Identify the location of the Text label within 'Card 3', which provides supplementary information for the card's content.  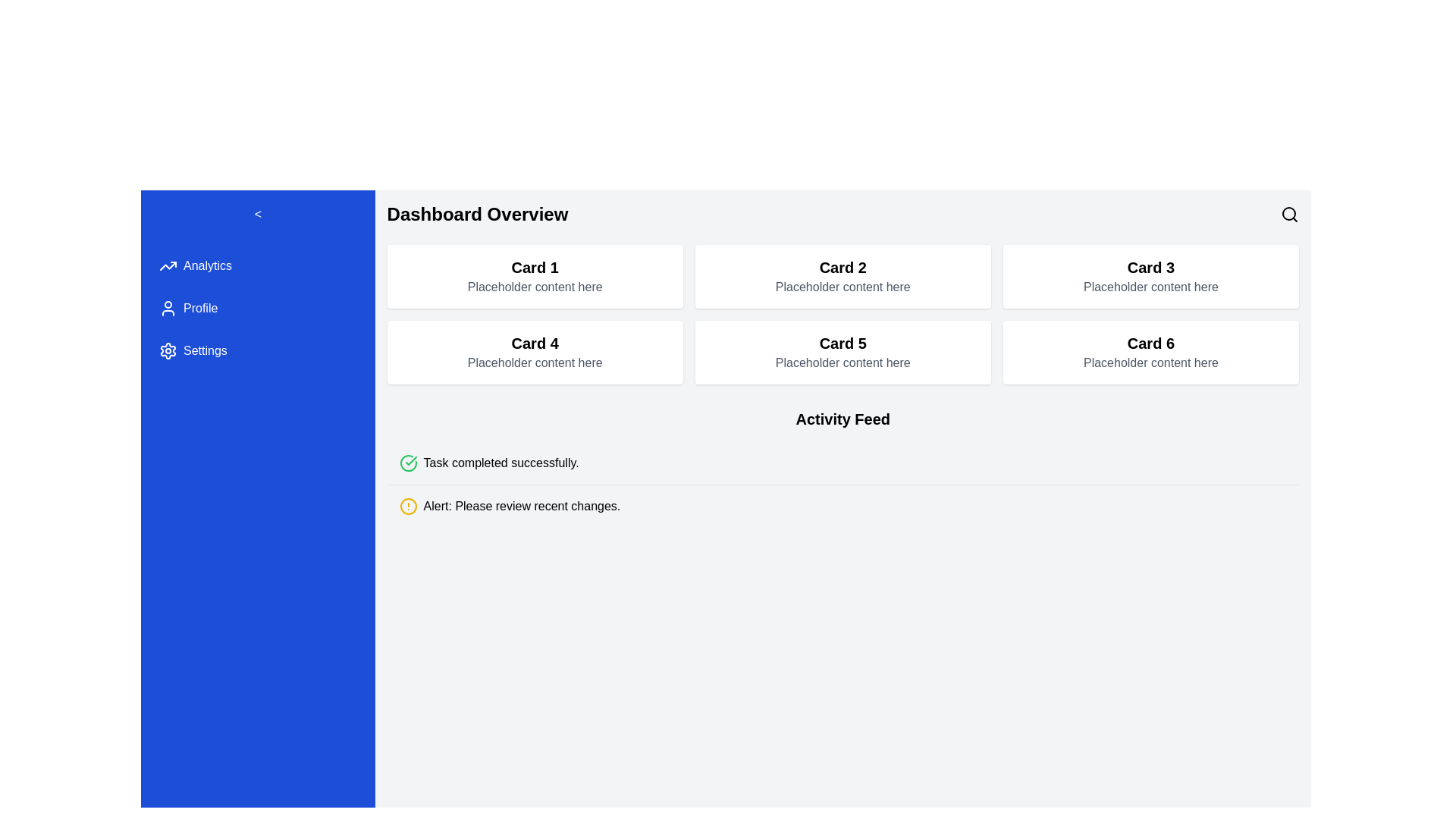
(1150, 287).